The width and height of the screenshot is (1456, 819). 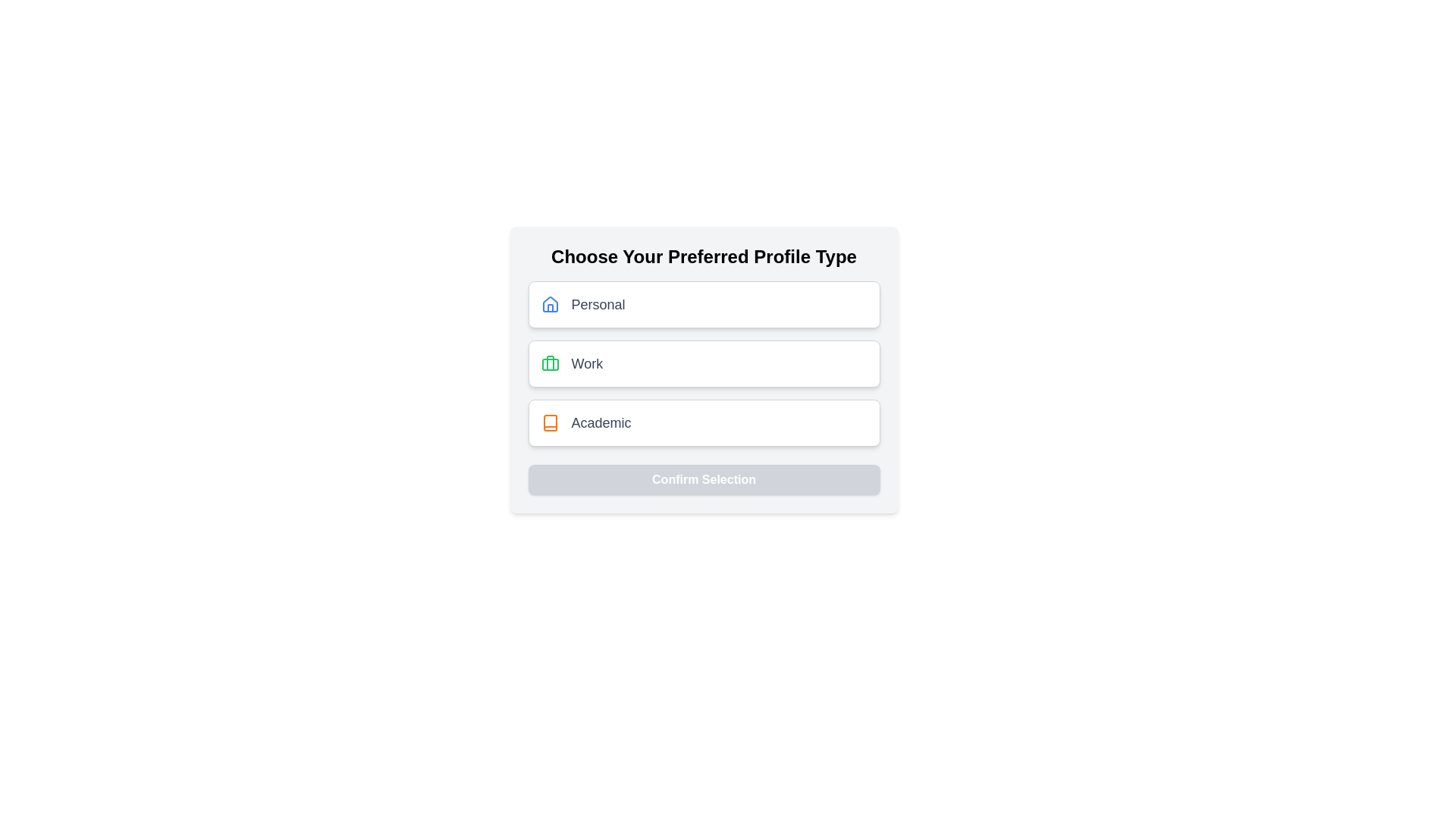 I want to click on the selectable option labeled 'Work' in the profile type list, which is the second option below 'Personal' and above 'Academic', so click(x=703, y=370).